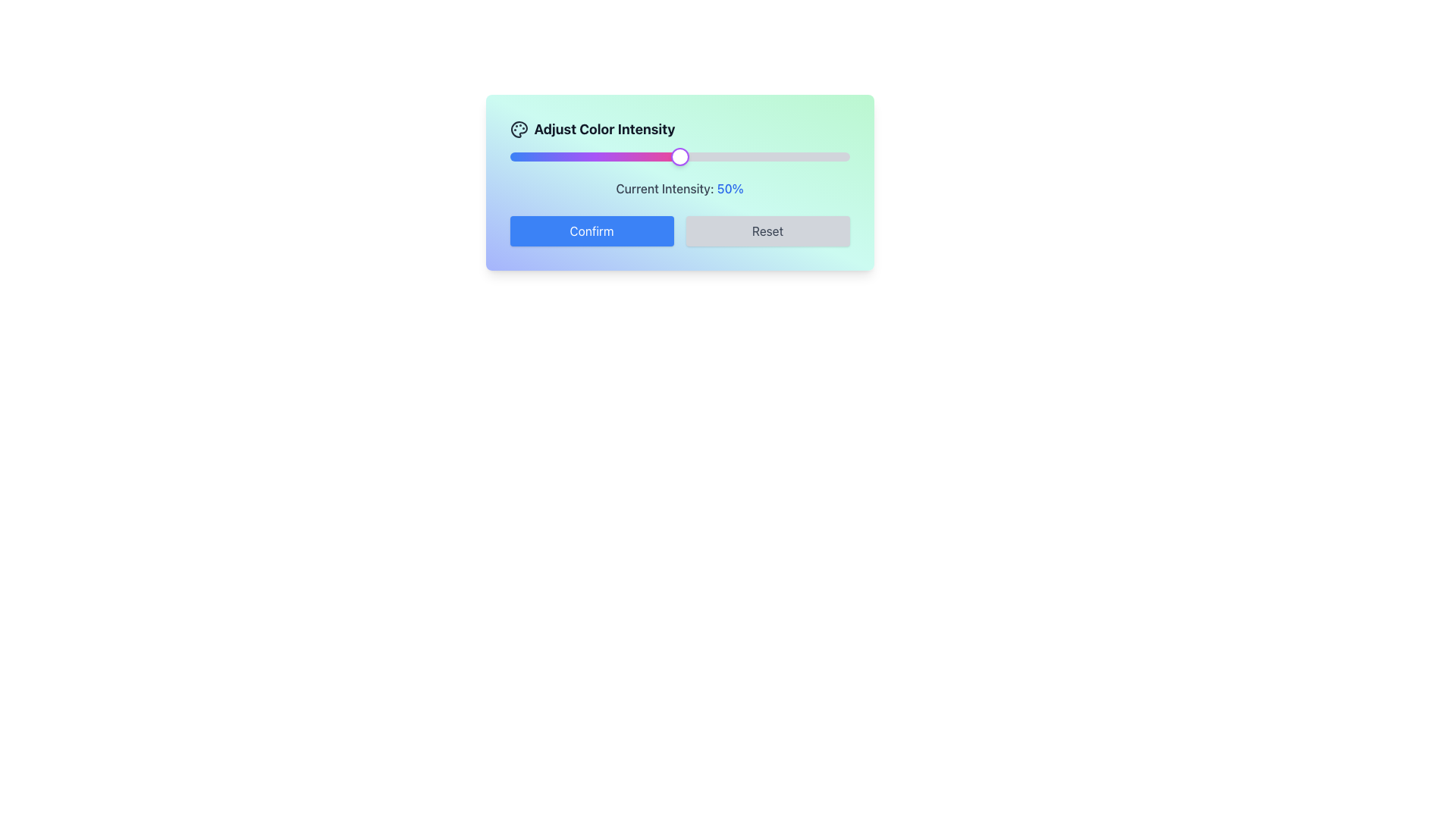 Image resolution: width=1456 pixels, height=819 pixels. Describe the element at coordinates (667, 157) in the screenshot. I see `the intensity` at that location.